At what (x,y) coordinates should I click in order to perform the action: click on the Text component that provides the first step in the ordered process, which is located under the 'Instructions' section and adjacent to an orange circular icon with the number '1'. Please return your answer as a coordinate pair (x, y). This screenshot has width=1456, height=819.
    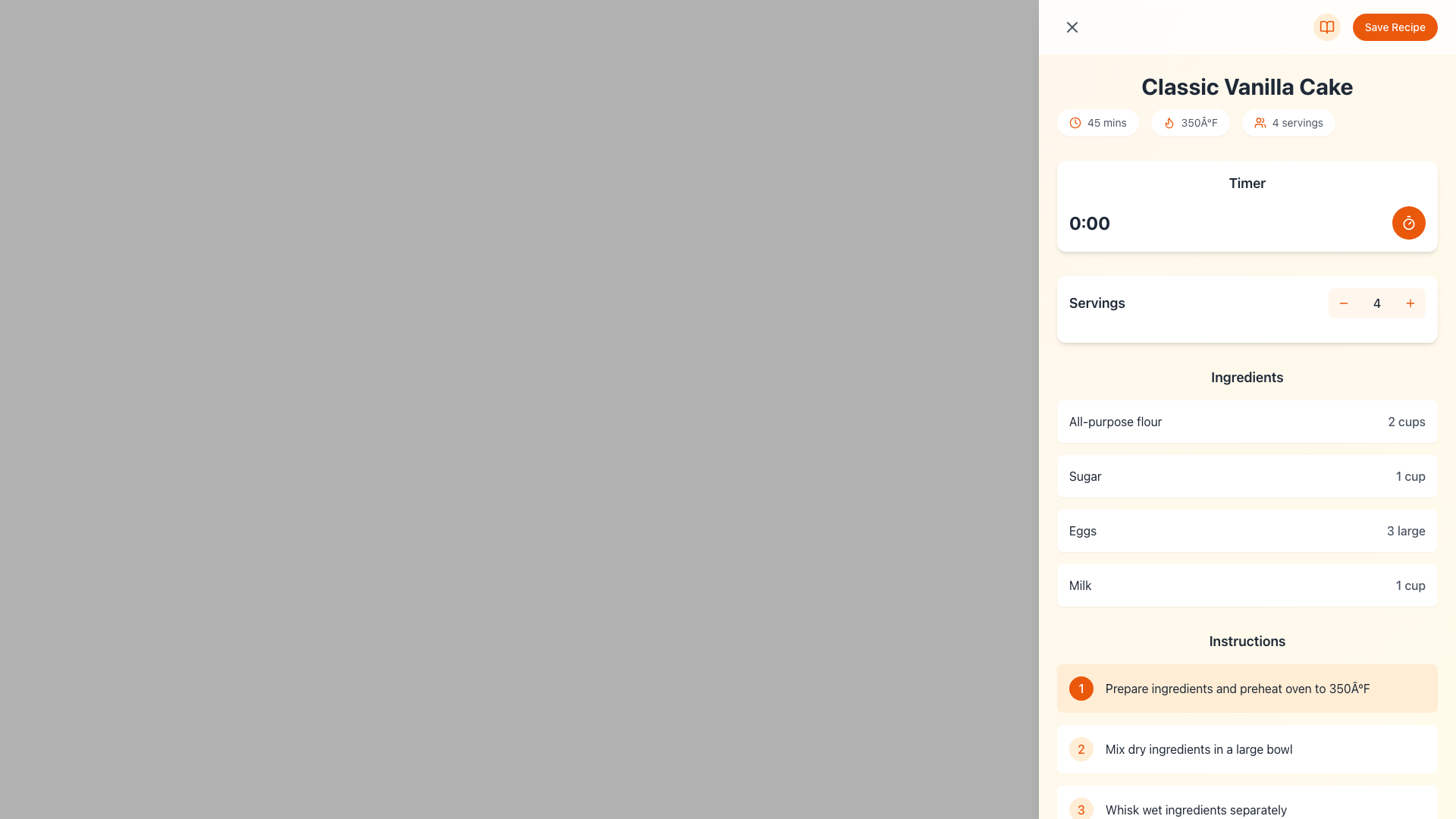
    Looking at the image, I should click on (1266, 688).